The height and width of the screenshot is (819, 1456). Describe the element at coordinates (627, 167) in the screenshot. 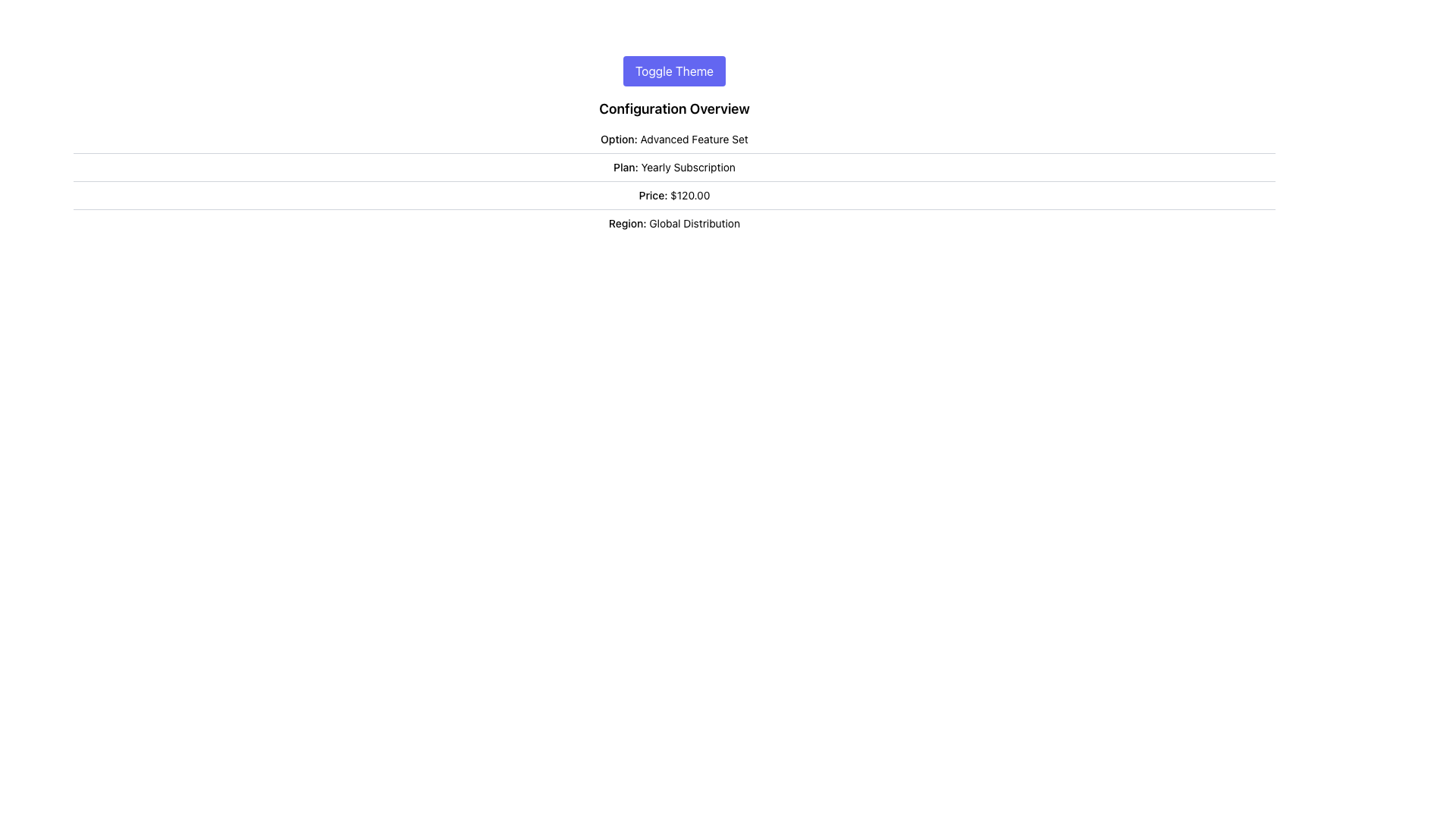

I see `the Static Text element labeled 'Plan' in the Configuration Overview section, which indicates the associated value 'Yearly Subscription'` at that location.